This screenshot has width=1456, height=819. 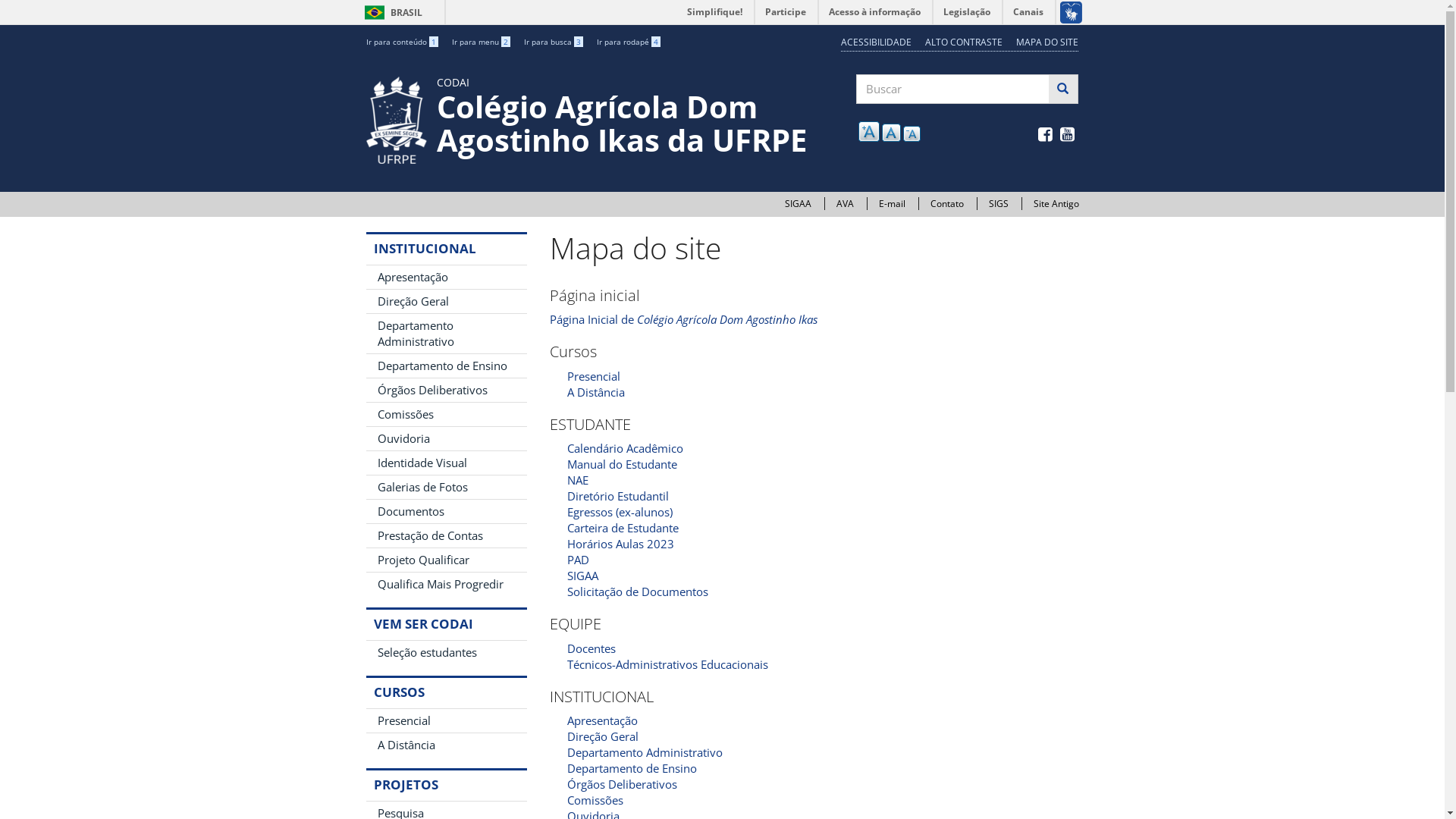 What do you see at coordinates (869, 130) in the screenshot?
I see `'A'` at bounding box center [869, 130].